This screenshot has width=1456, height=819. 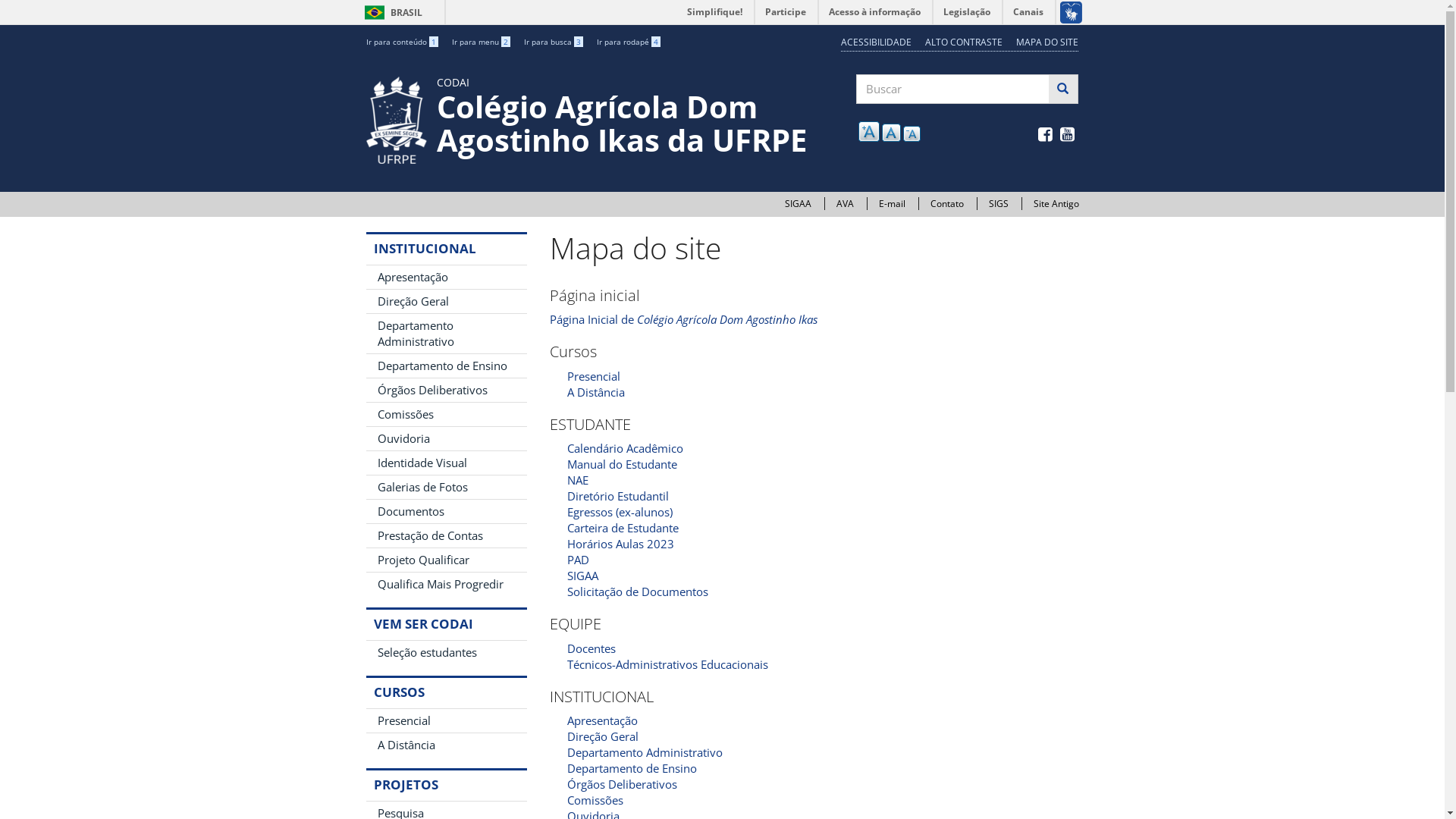 What do you see at coordinates (869, 130) in the screenshot?
I see `'A'` at bounding box center [869, 130].